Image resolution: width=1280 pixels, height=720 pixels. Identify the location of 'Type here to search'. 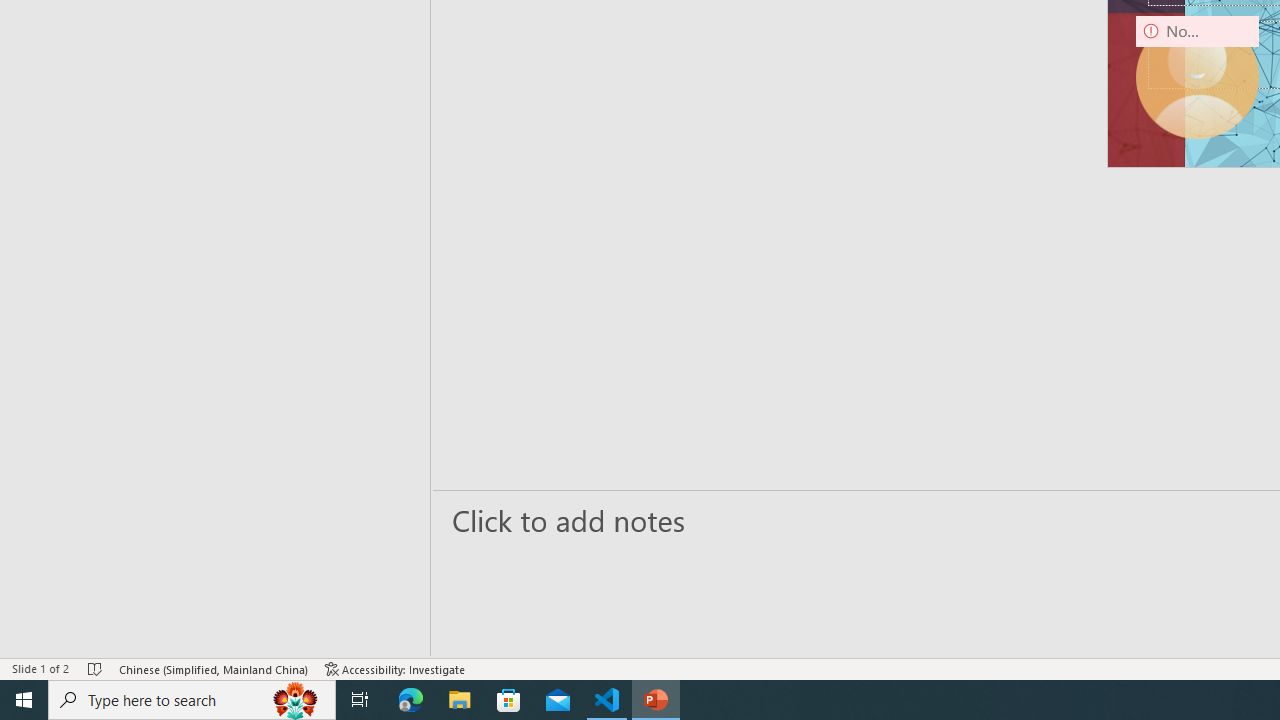
(192, 698).